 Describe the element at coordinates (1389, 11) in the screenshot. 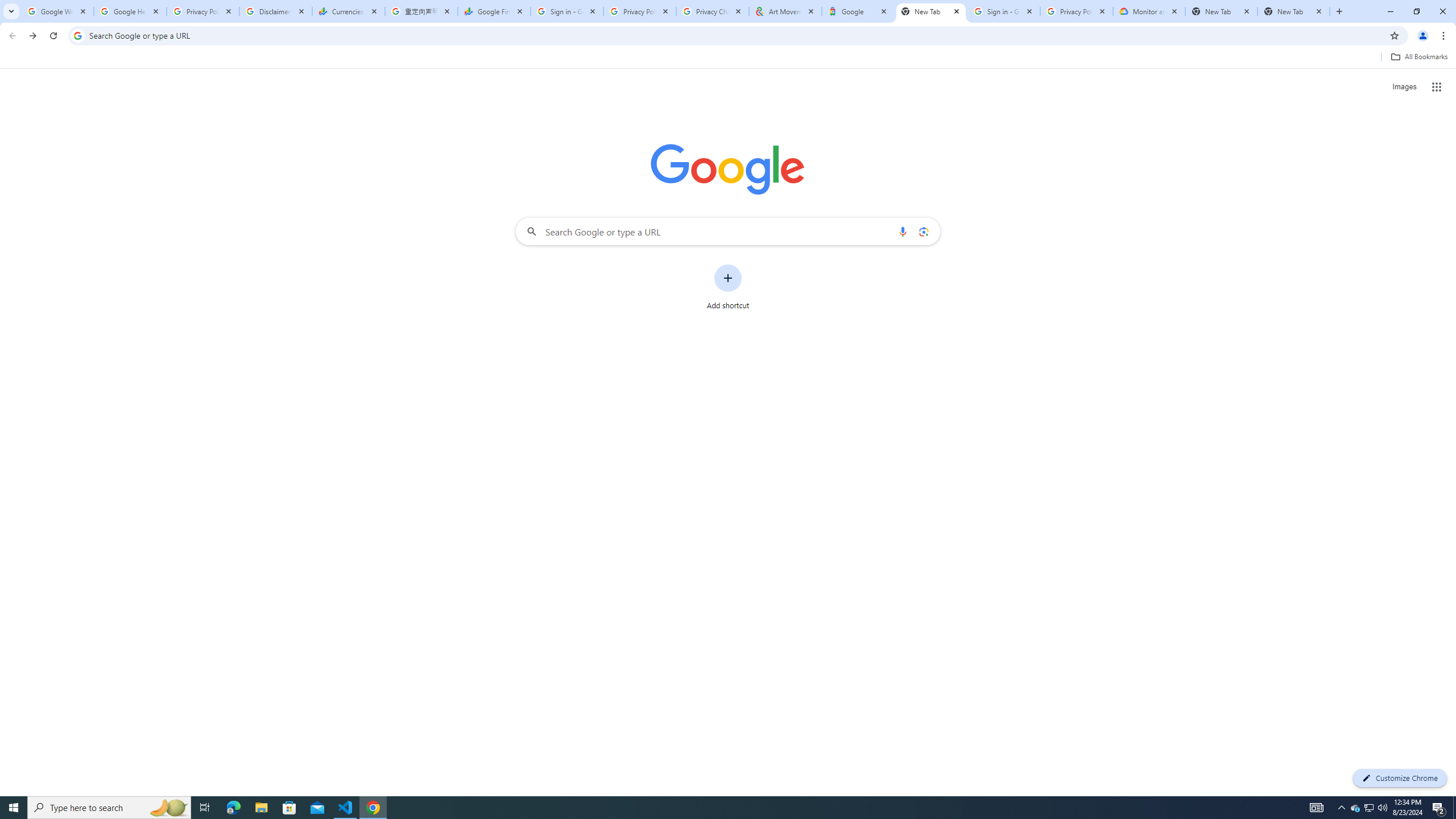

I see `'Minimize'` at that location.